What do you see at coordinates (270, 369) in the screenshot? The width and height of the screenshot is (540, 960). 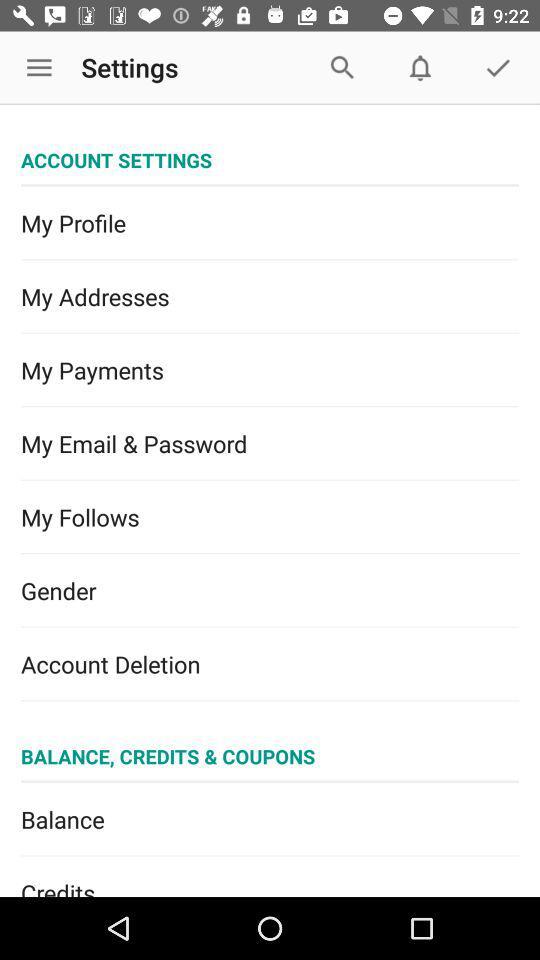 I see `item above my email & password icon` at bounding box center [270, 369].